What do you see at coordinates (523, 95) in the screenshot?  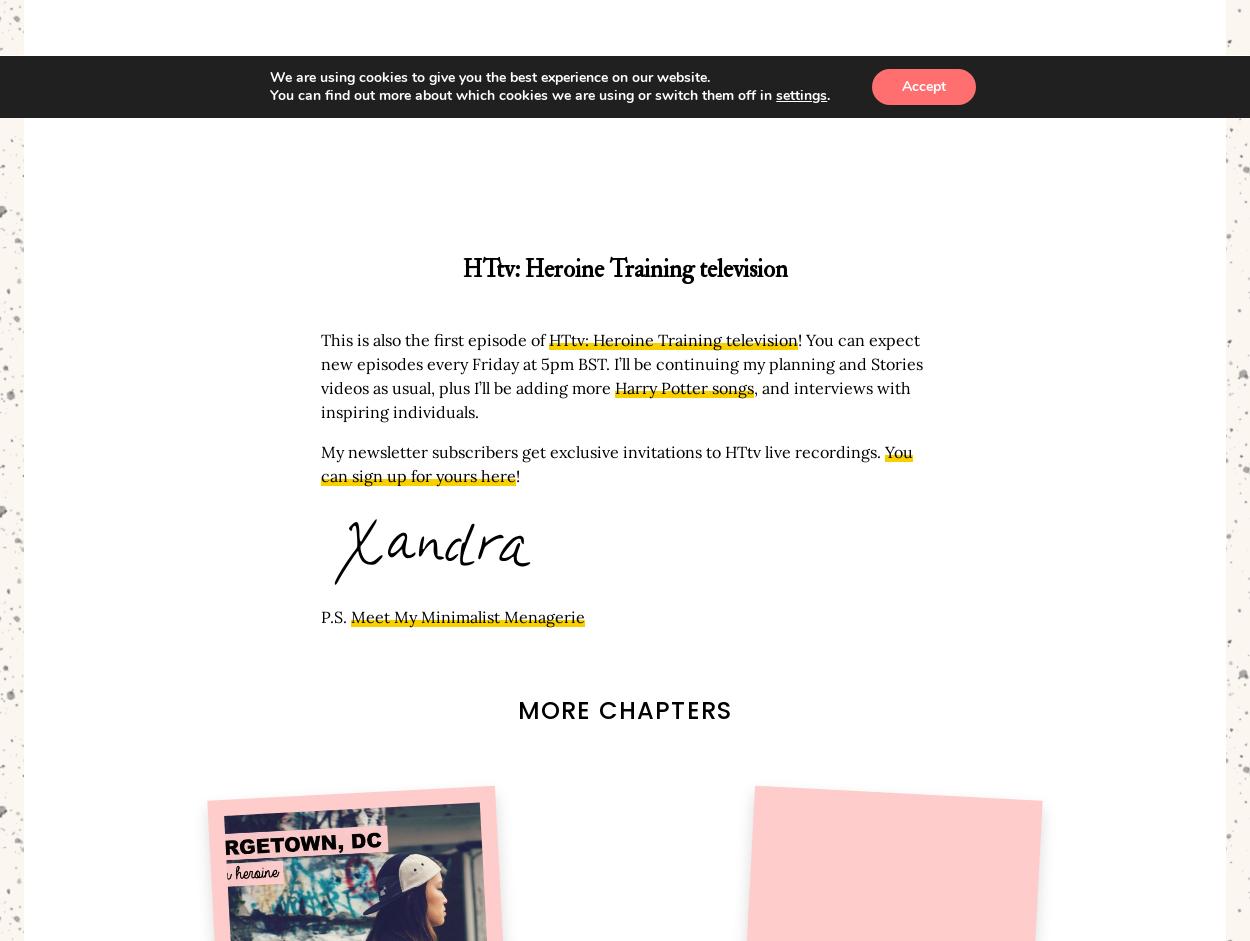 I see `'You can find out more about which cookies we are using or switch them off in'` at bounding box center [523, 95].